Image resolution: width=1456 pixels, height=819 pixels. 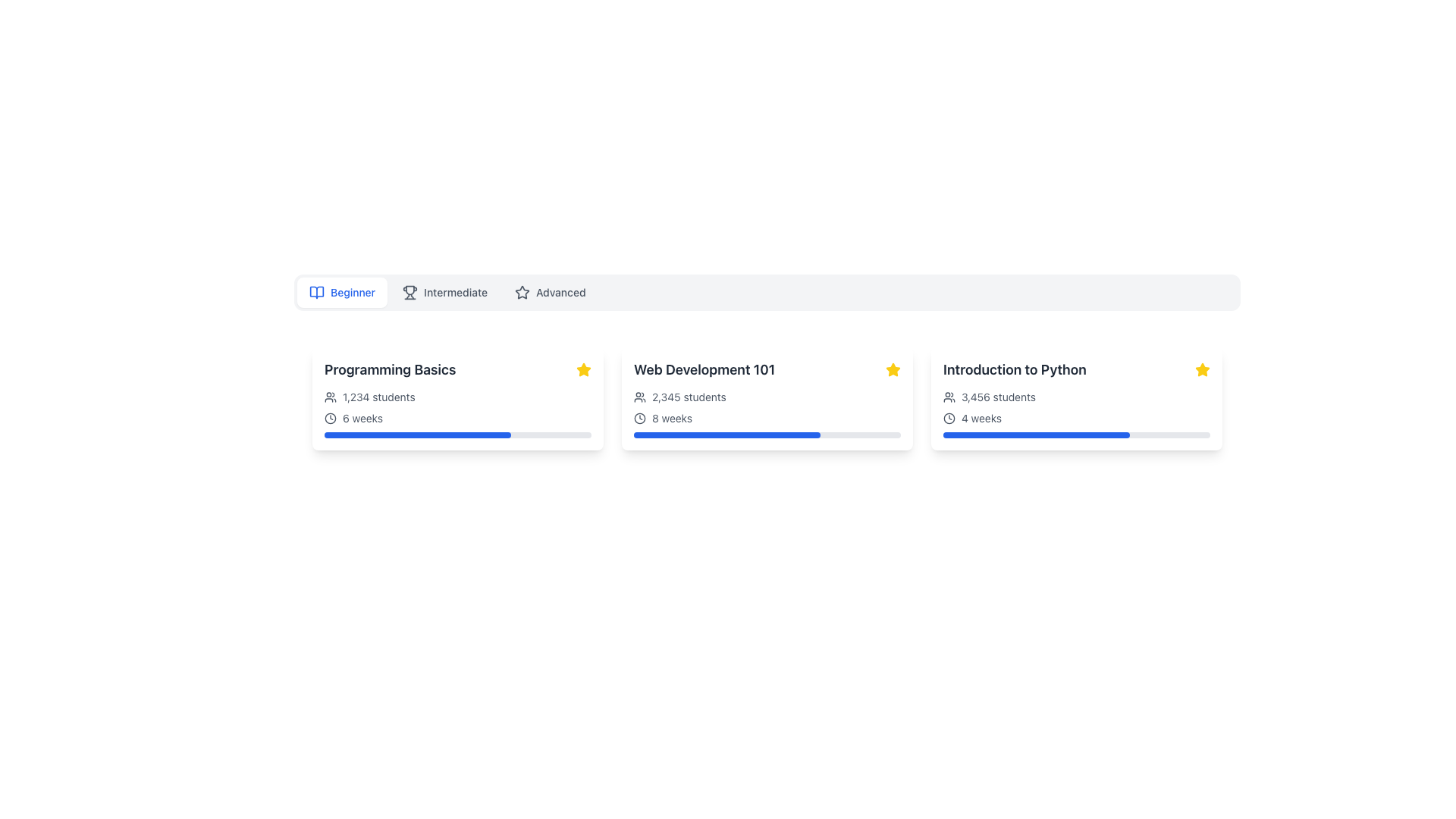 I want to click on the icons for context in the informational text block located inside the 'Web Development 101' card, which provides details about the course enrollment and duration, so click(x=767, y=414).